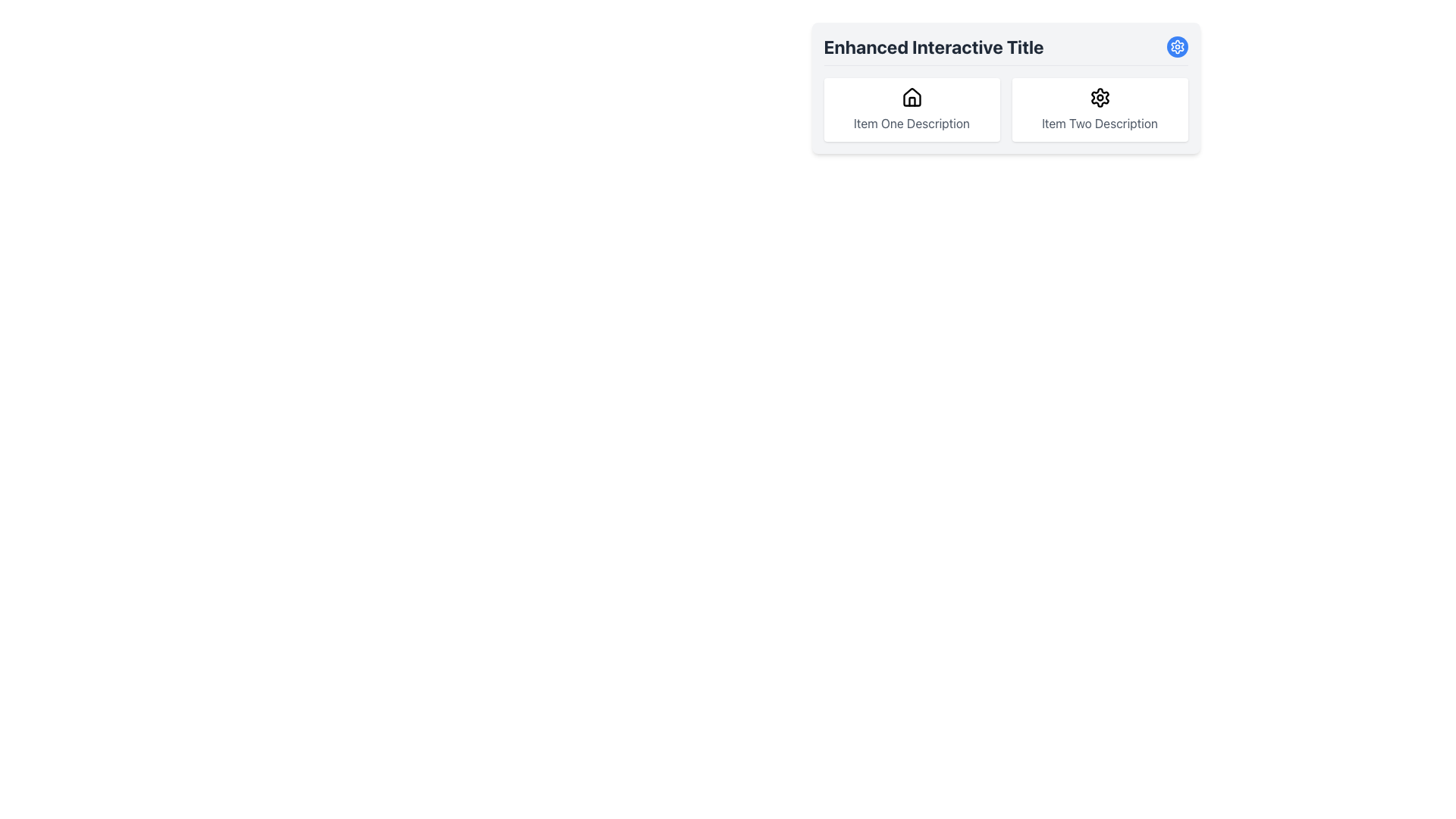 Image resolution: width=1456 pixels, height=819 pixels. I want to click on the settings icon button located in the top-right corner of the 'Enhanced Interactive Title' card, so click(1176, 45).